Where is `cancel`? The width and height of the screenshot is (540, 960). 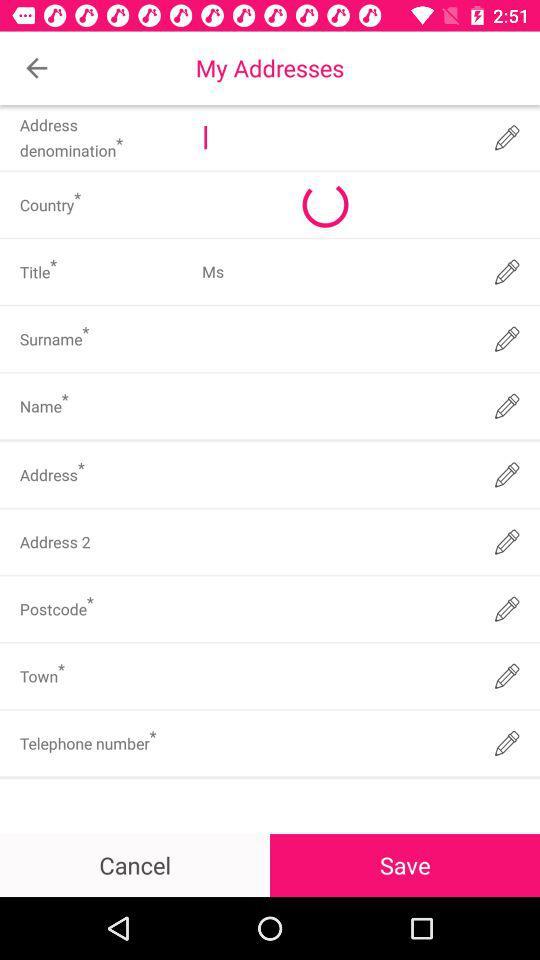 cancel is located at coordinates (135, 864).